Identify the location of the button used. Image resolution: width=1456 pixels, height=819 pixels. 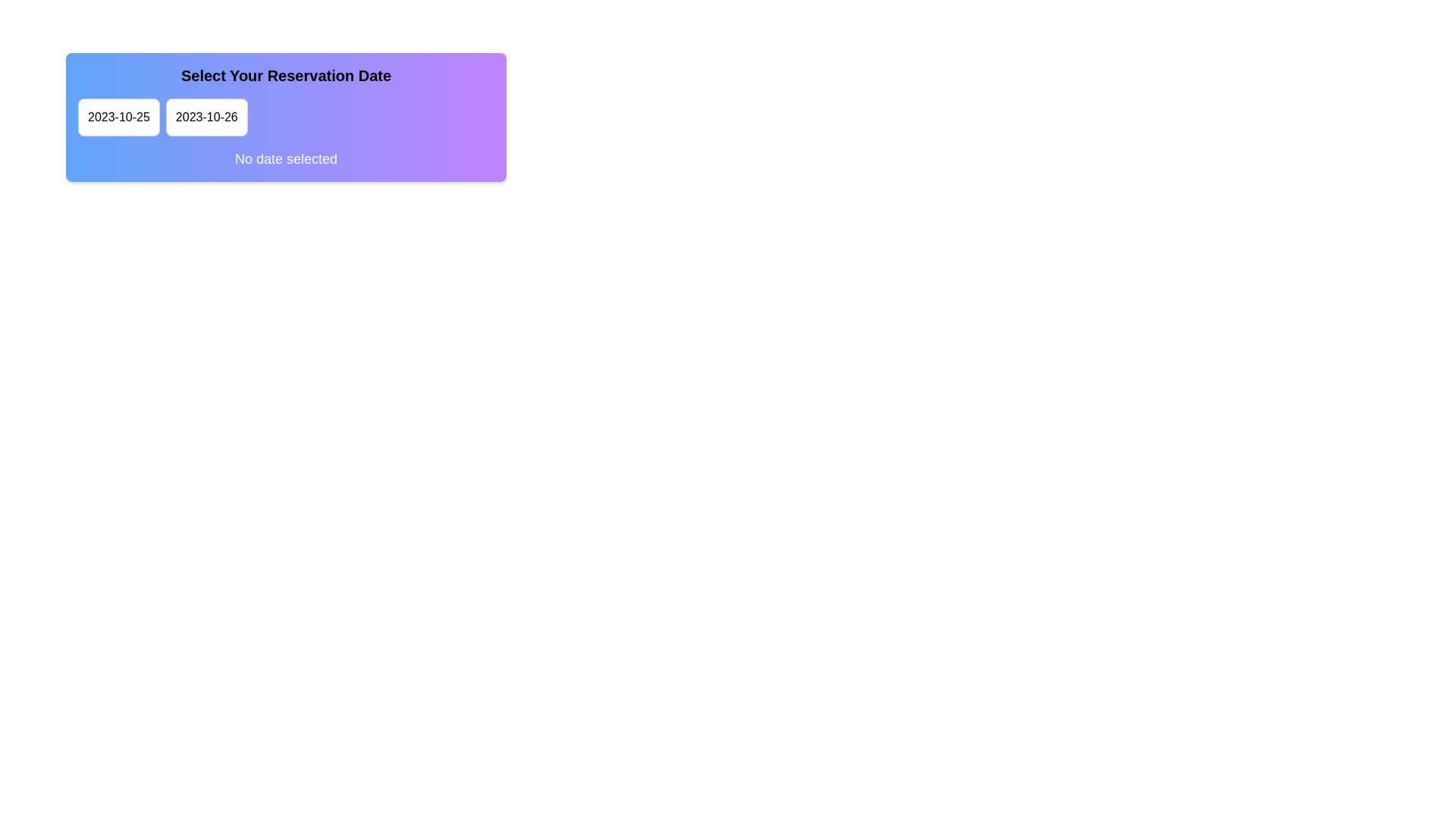
(206, 116).